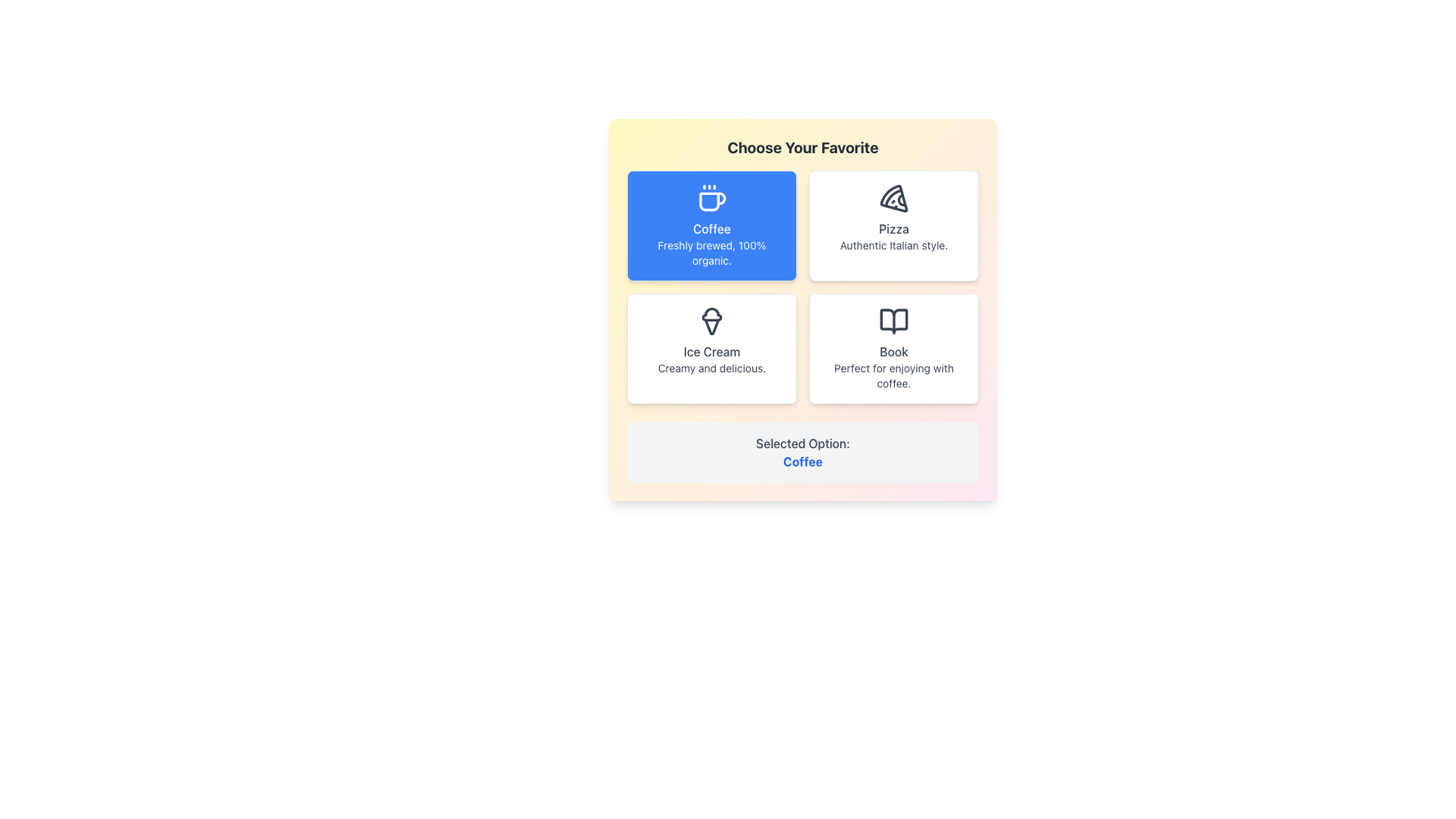 The width and height of the screenshot is (1456, 819). Describe the element at coordinates (894, 228) in the screenshot. I see `text displayed in the 'Pizza' text label, which is positioned below a pizza icon and above the text 'Authentic Italian style.'` at that location.